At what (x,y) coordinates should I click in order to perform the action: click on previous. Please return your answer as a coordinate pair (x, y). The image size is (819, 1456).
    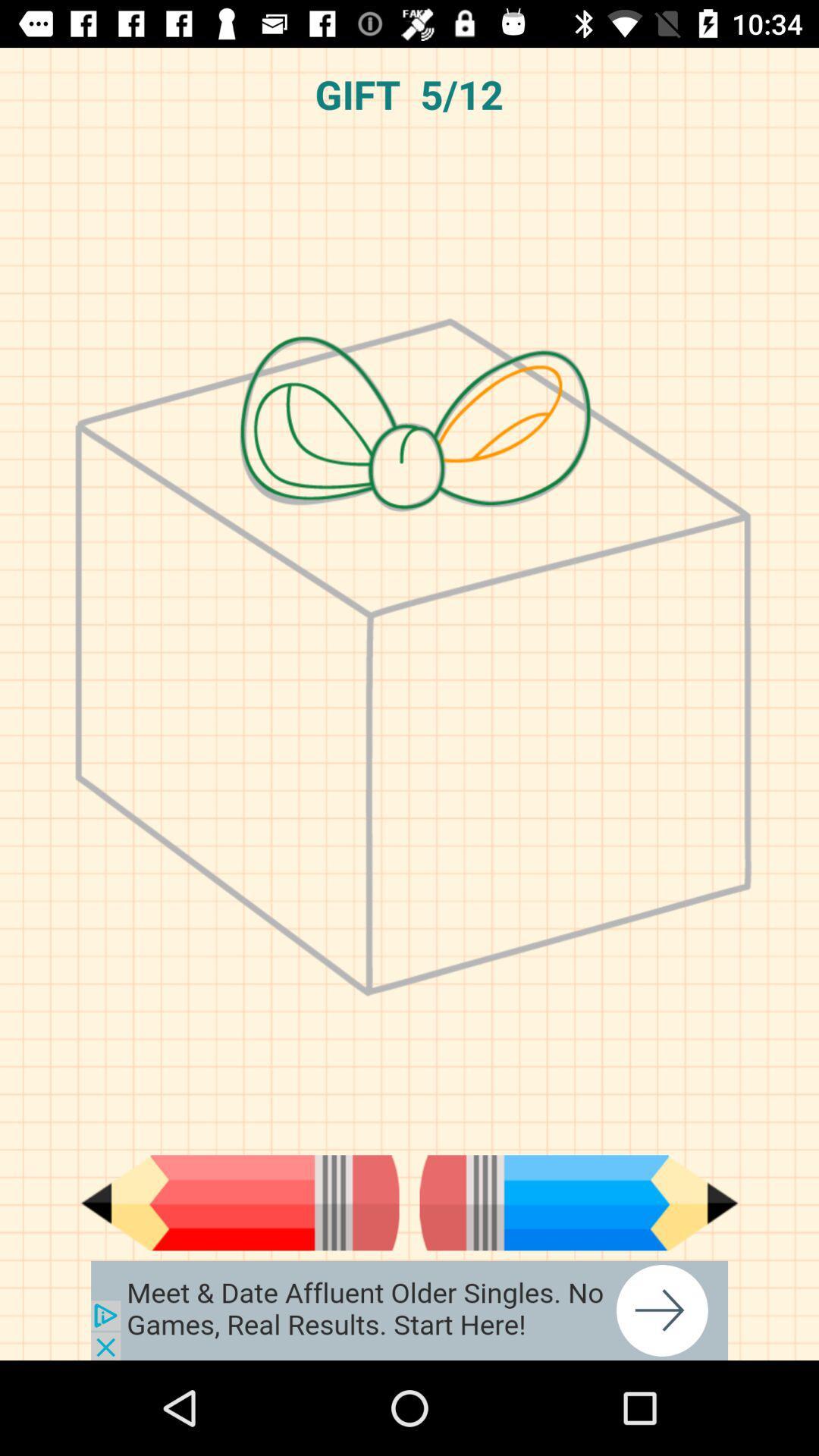
    Looking at the image, I should click on (239, 1202).